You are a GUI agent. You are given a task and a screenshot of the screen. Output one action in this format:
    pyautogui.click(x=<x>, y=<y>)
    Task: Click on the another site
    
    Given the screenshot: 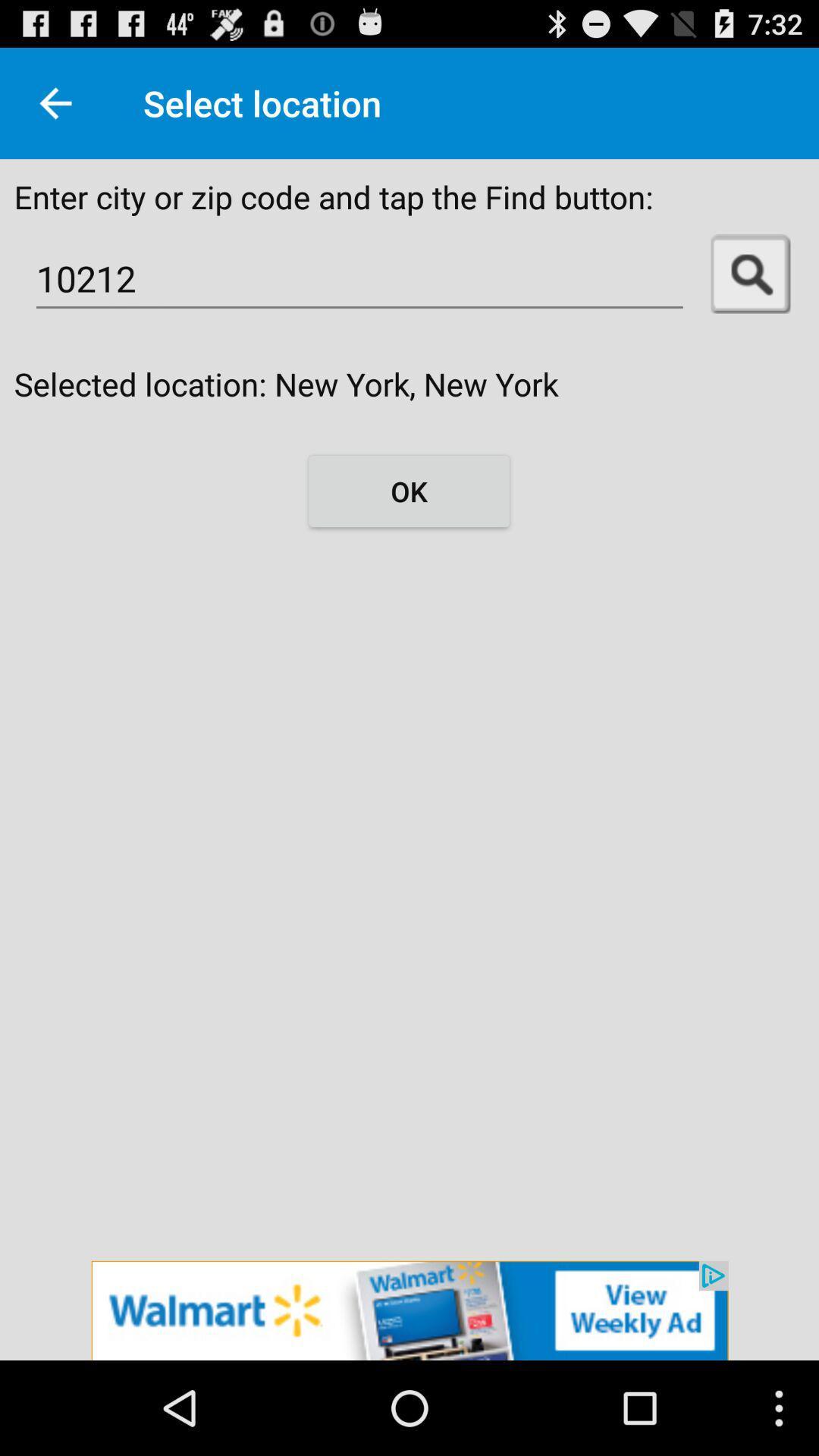 What is the action you would take?
    pyautogui.click(x=409, y=1310)
    